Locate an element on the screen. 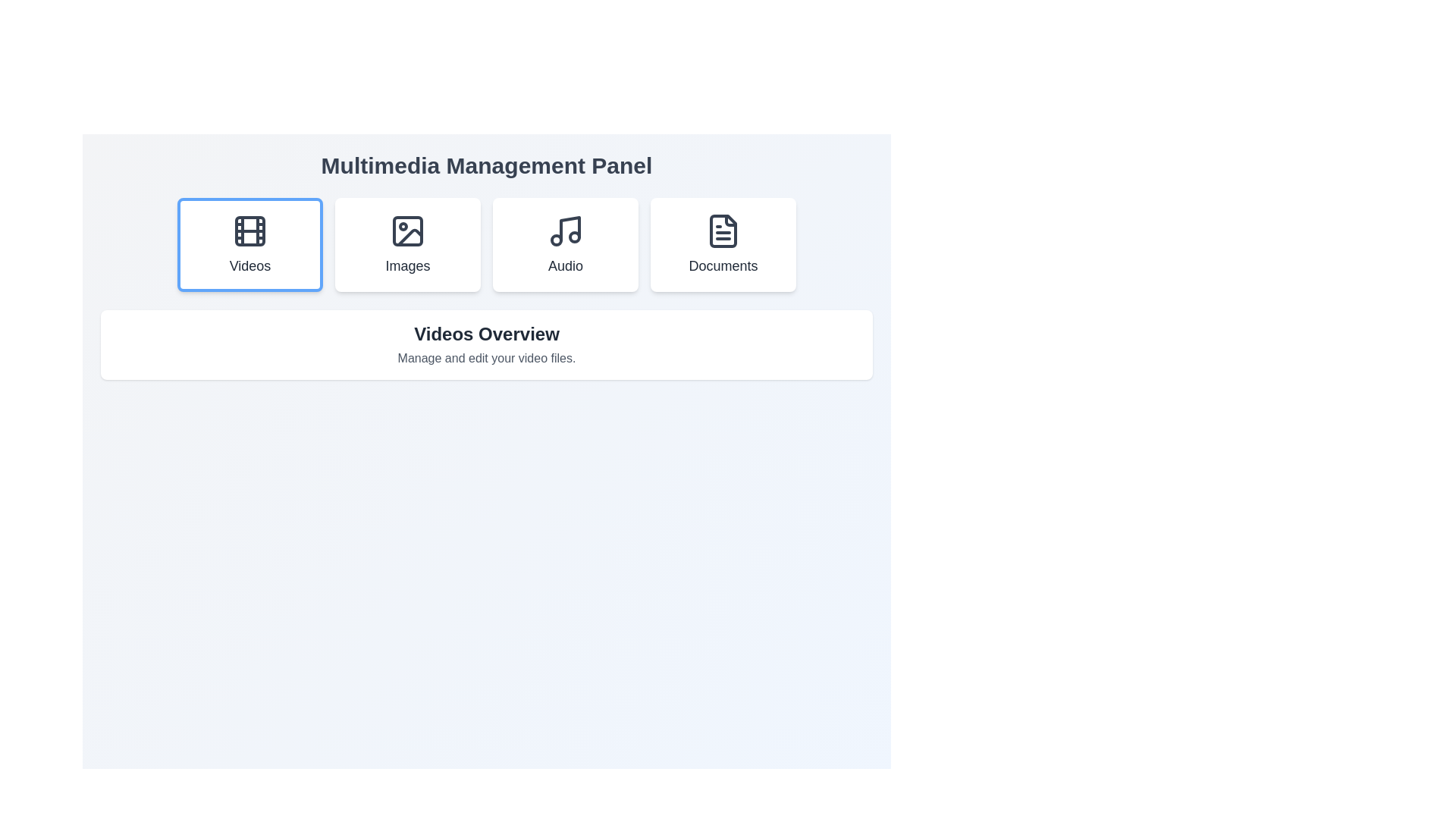 The width and height of the screenshot is (1456, 819). the graphical icon (circle within an SVG) located in the middle-right of the musical note icon within the 'Audio' button is located at coordinates (574, 237).